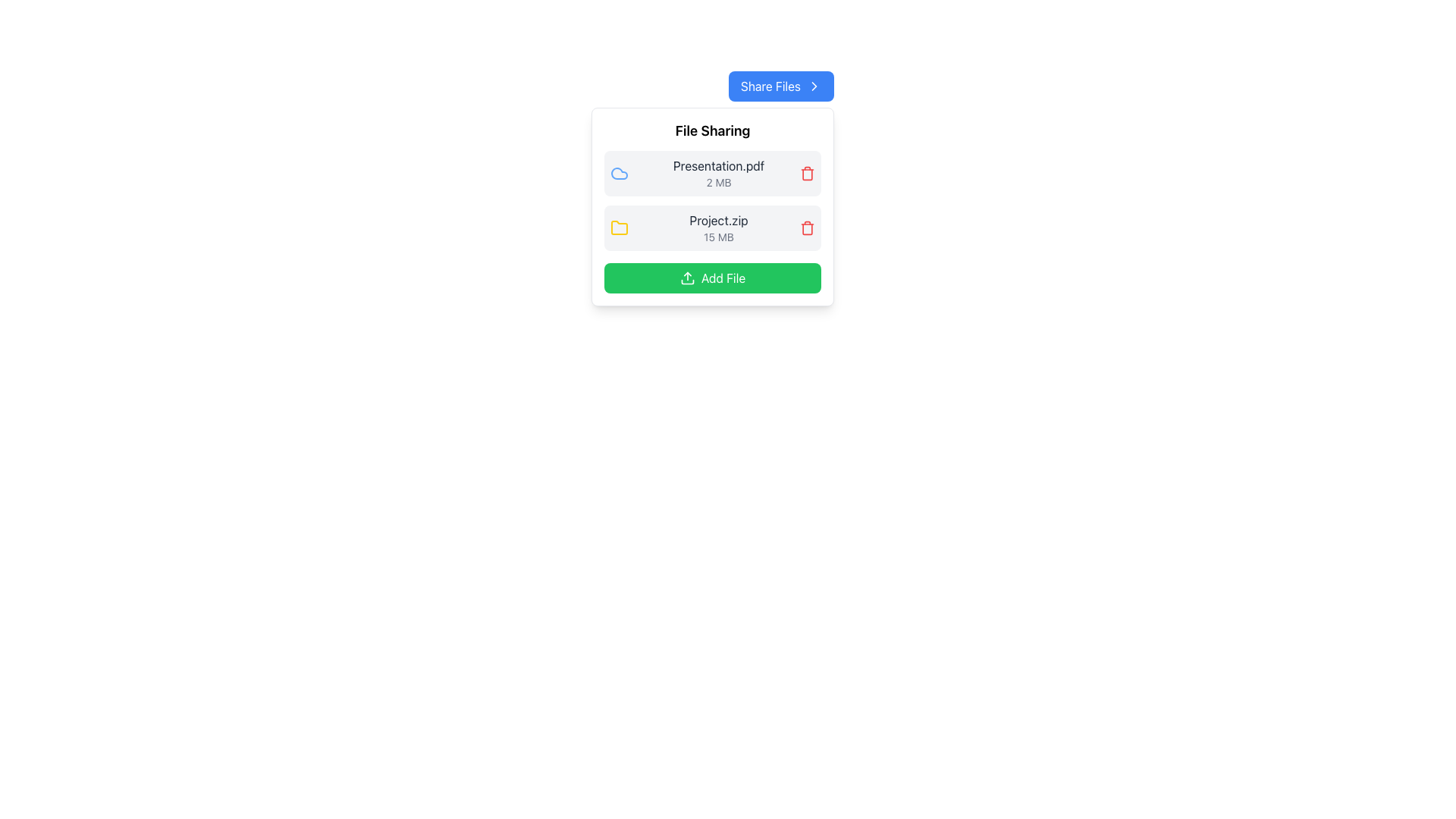  I want to click on the text label displaying '15 MB', which is styled in a small gray font and positioned below the filename 'Project.zip' in the file listing UI under the 'File Sharing' heading, so click(718, 237).